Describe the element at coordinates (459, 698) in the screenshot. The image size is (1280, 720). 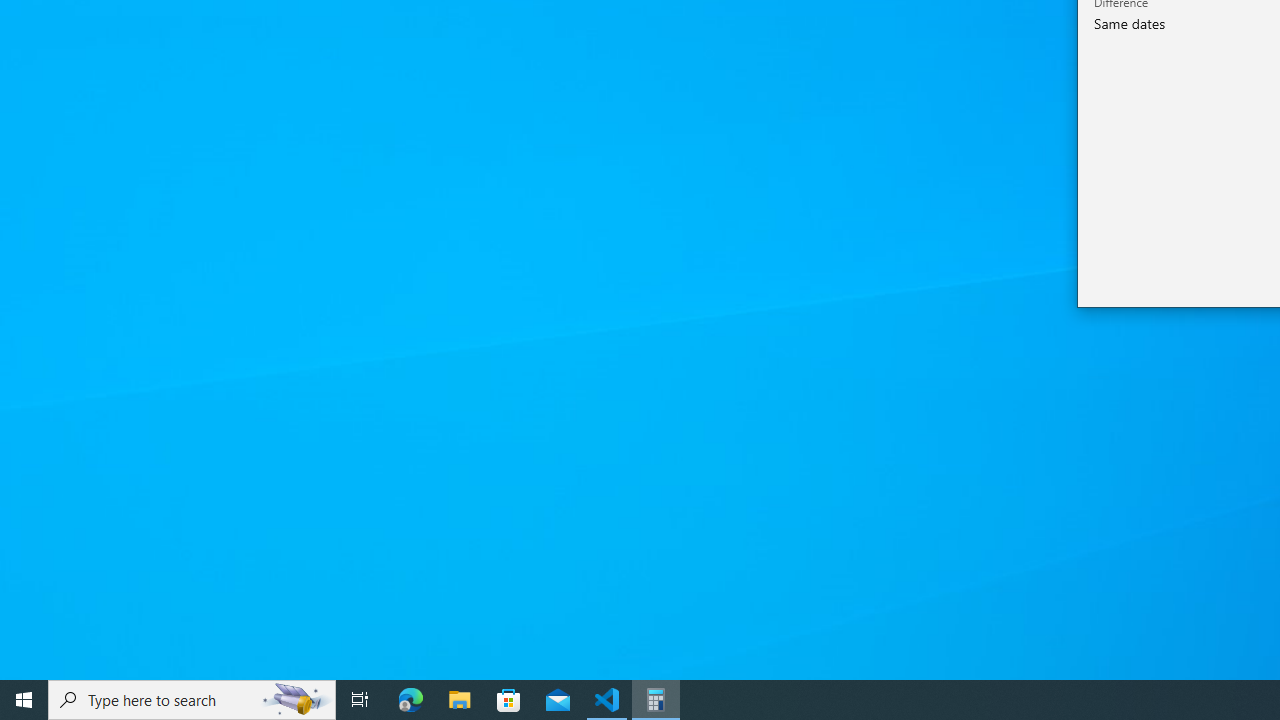
I see `'File Explorer'` at that location.